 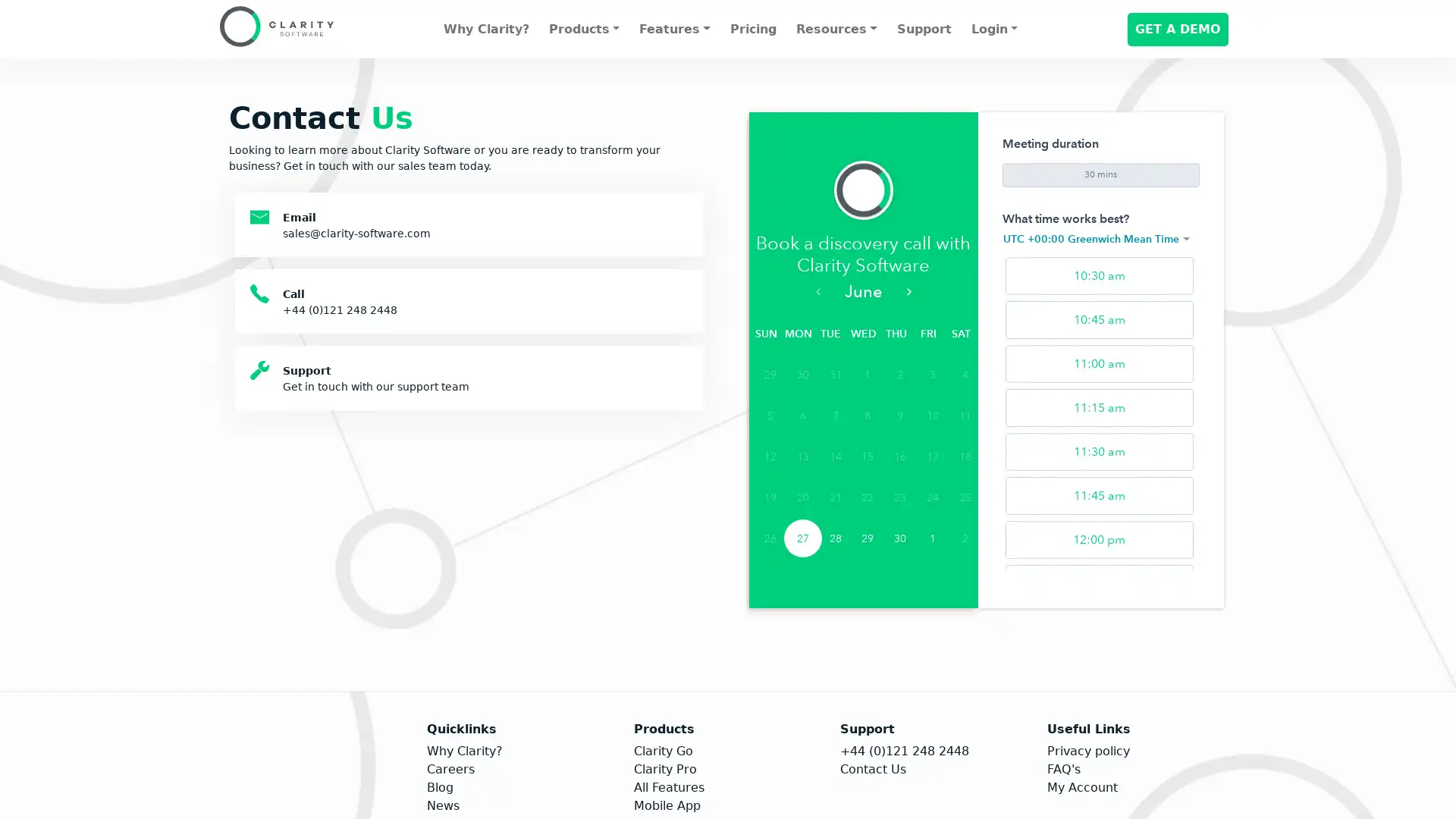 What do you see at coordinates (993, 29) in the screenshot?
I see `Login` at bounding box center [993, 29].